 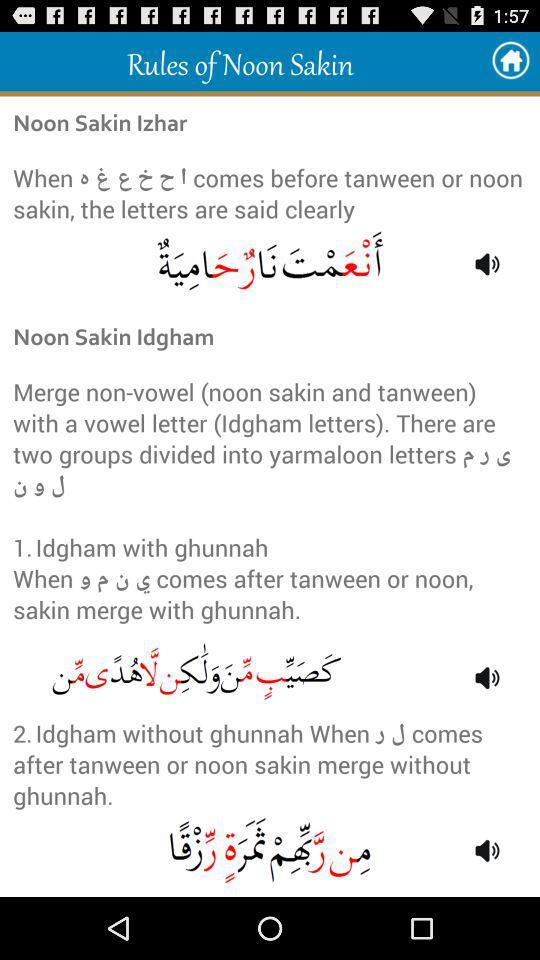 What do you see at coordinates (510, 61) in the screenshot?
I see `home button` at bounding box center [510, 61].